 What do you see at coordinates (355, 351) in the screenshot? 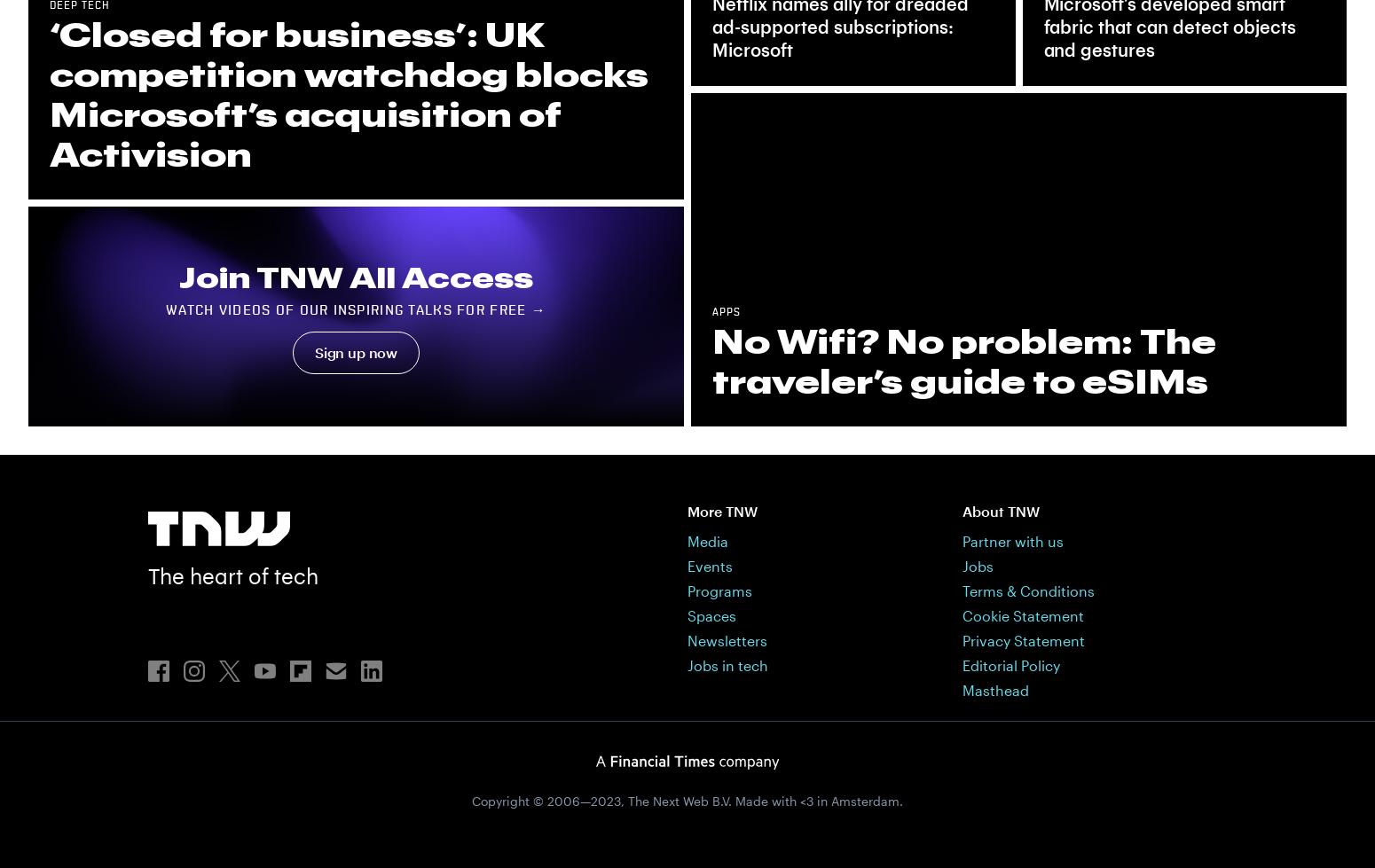
I see `'Sign up now'` at bounding box center [355, 351].